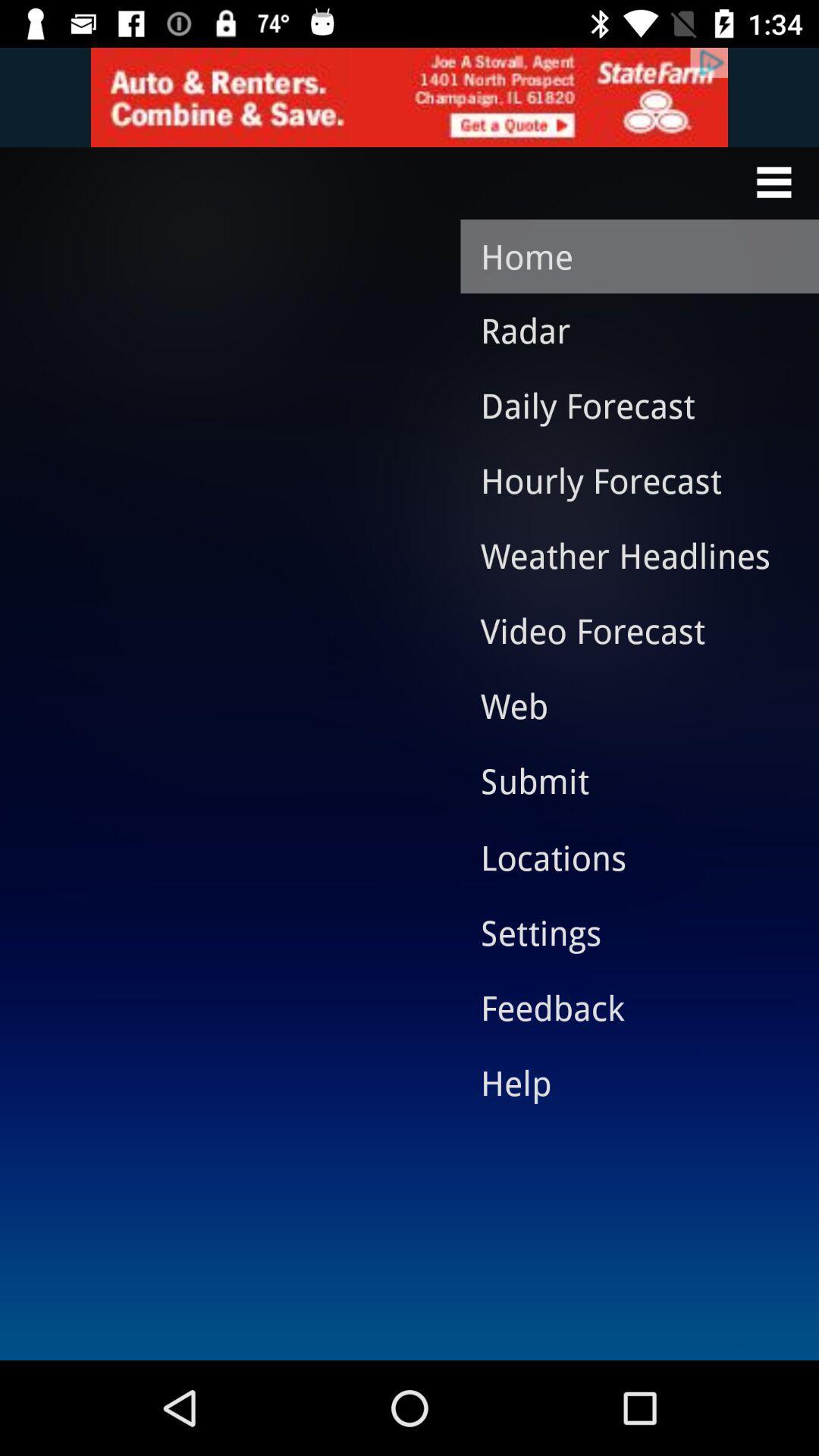 The image size is (819, 1456). I want to click on its an advertisement, so click(409, 96).